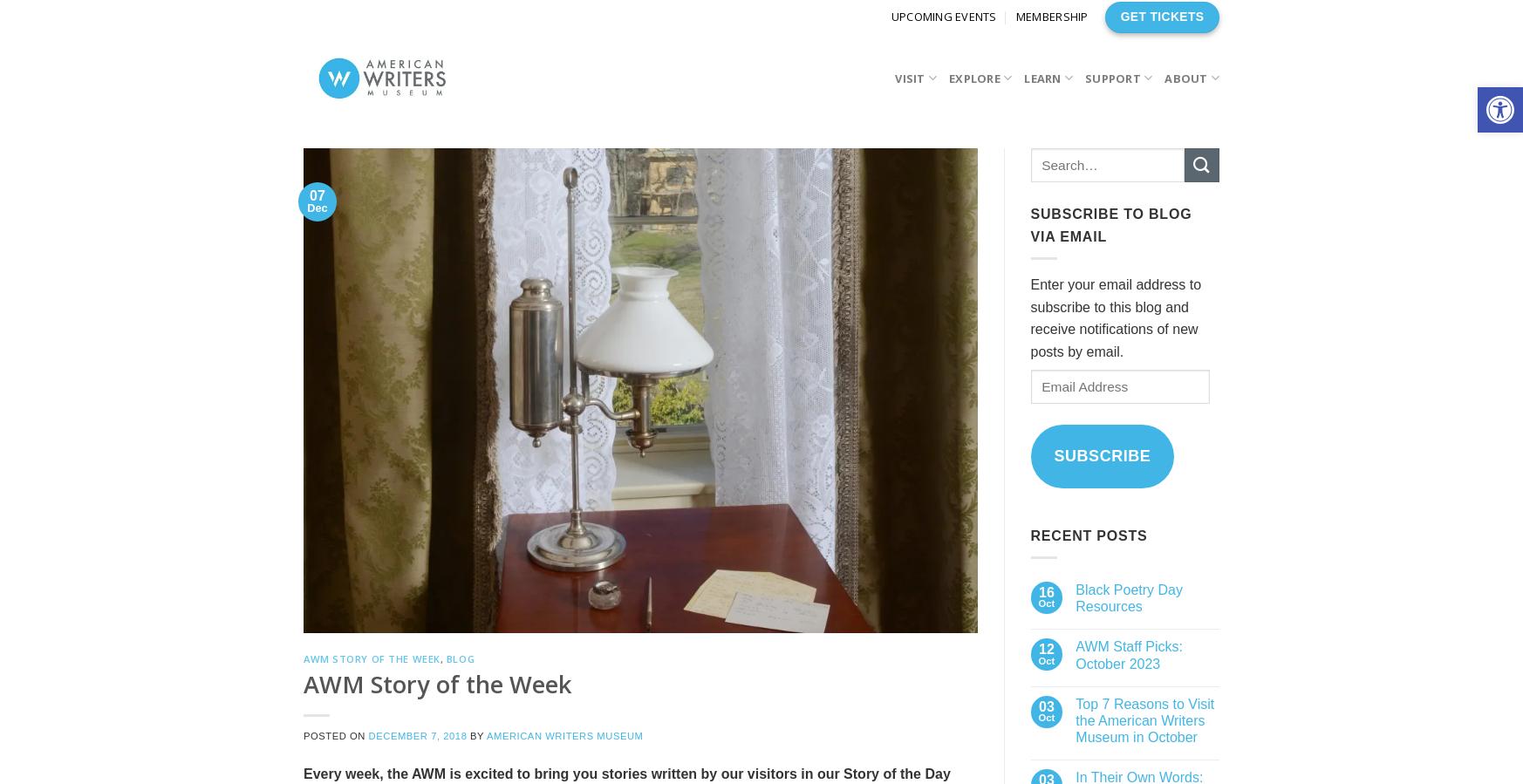 The width and height of the screenshot is (1523, 784). What do you see at coordinates (942, 15) in the screenshot?
I see `'Upcoming Events'` at bounding box center [942, 15].